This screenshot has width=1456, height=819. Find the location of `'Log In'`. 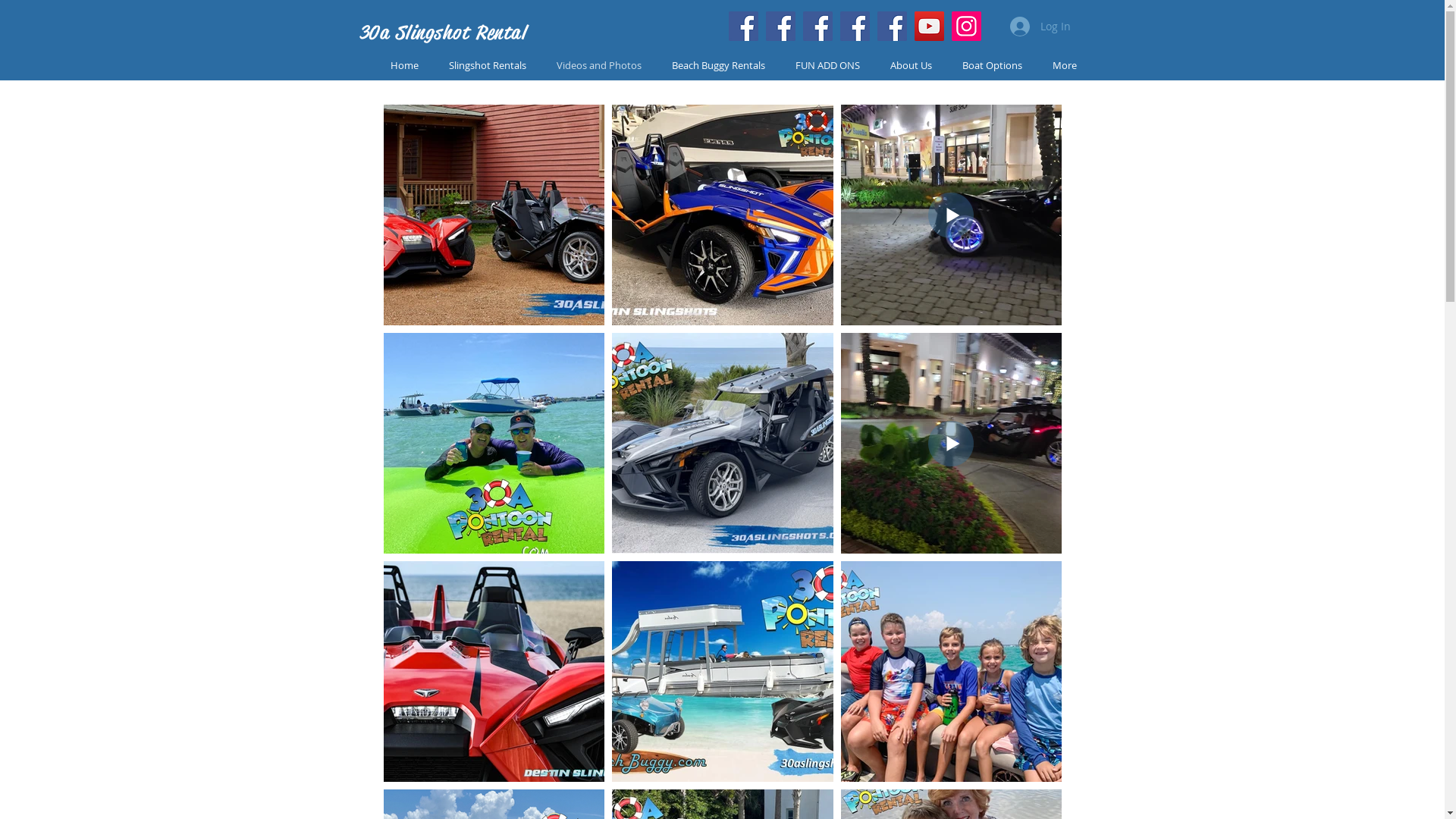

'Log In' is located at coordinates (999, 26).